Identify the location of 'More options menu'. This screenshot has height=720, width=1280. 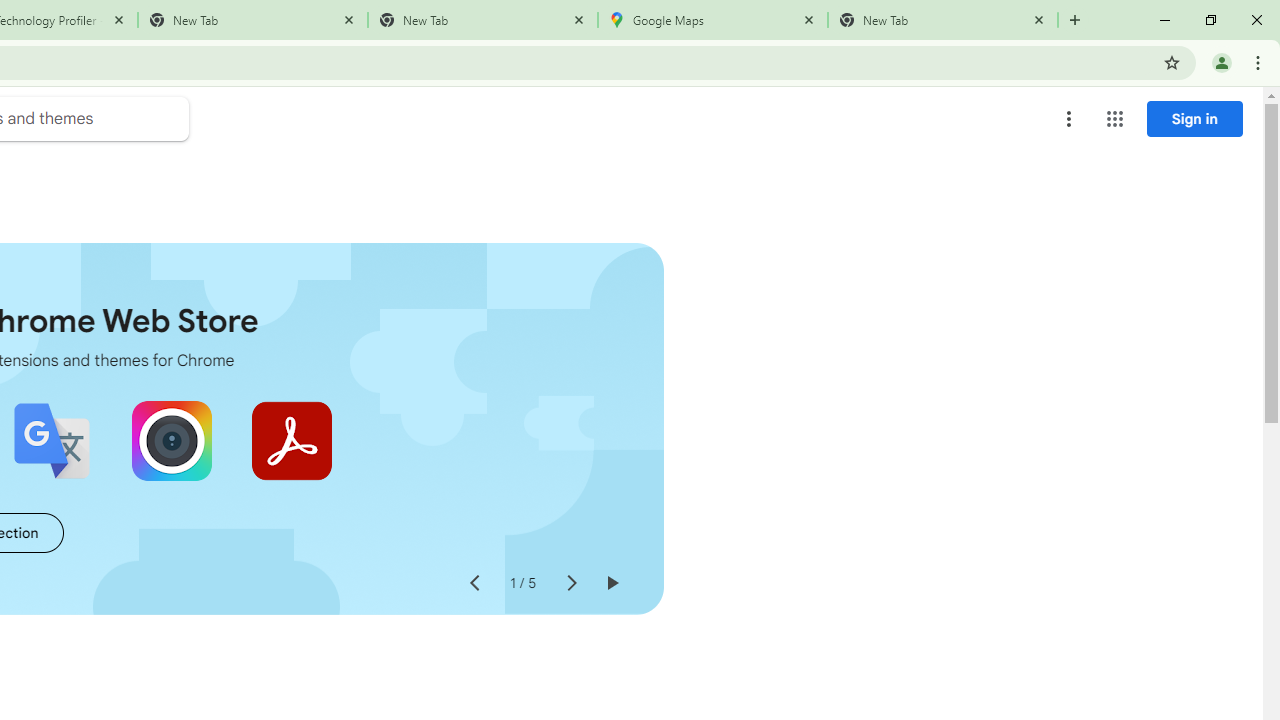
(1068, 119).